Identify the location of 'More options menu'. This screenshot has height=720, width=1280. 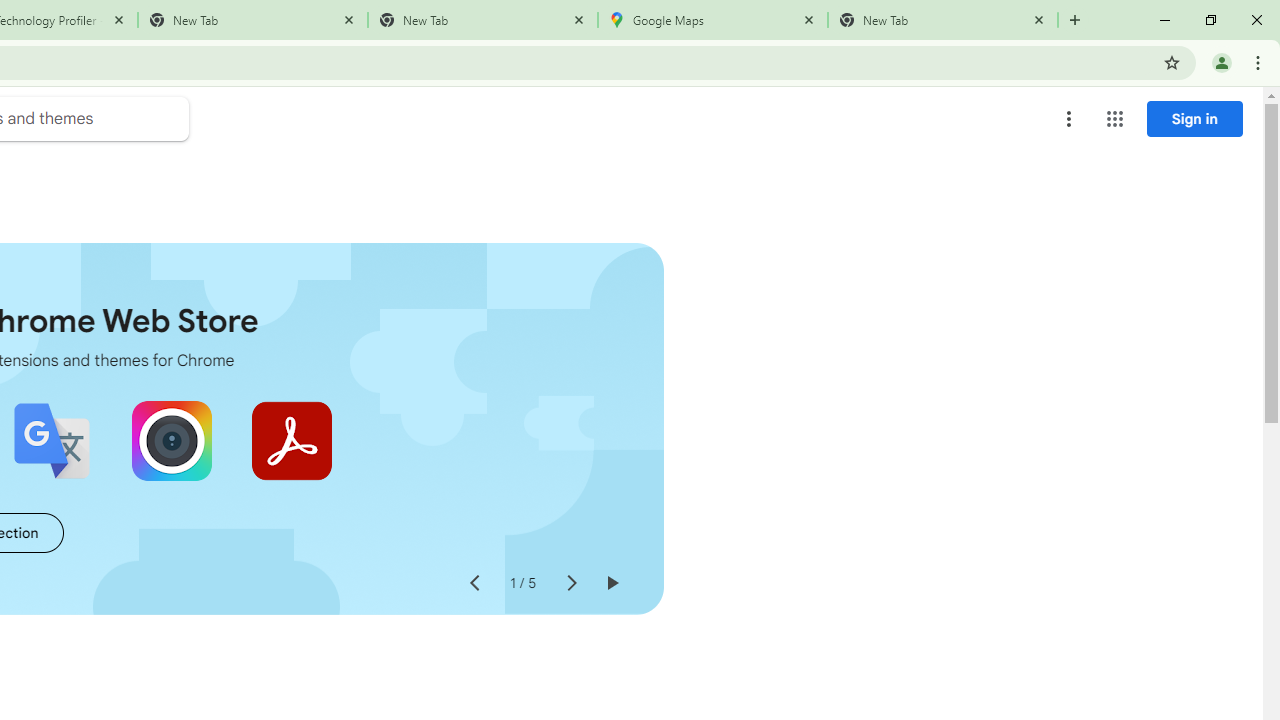
(1068, 119).